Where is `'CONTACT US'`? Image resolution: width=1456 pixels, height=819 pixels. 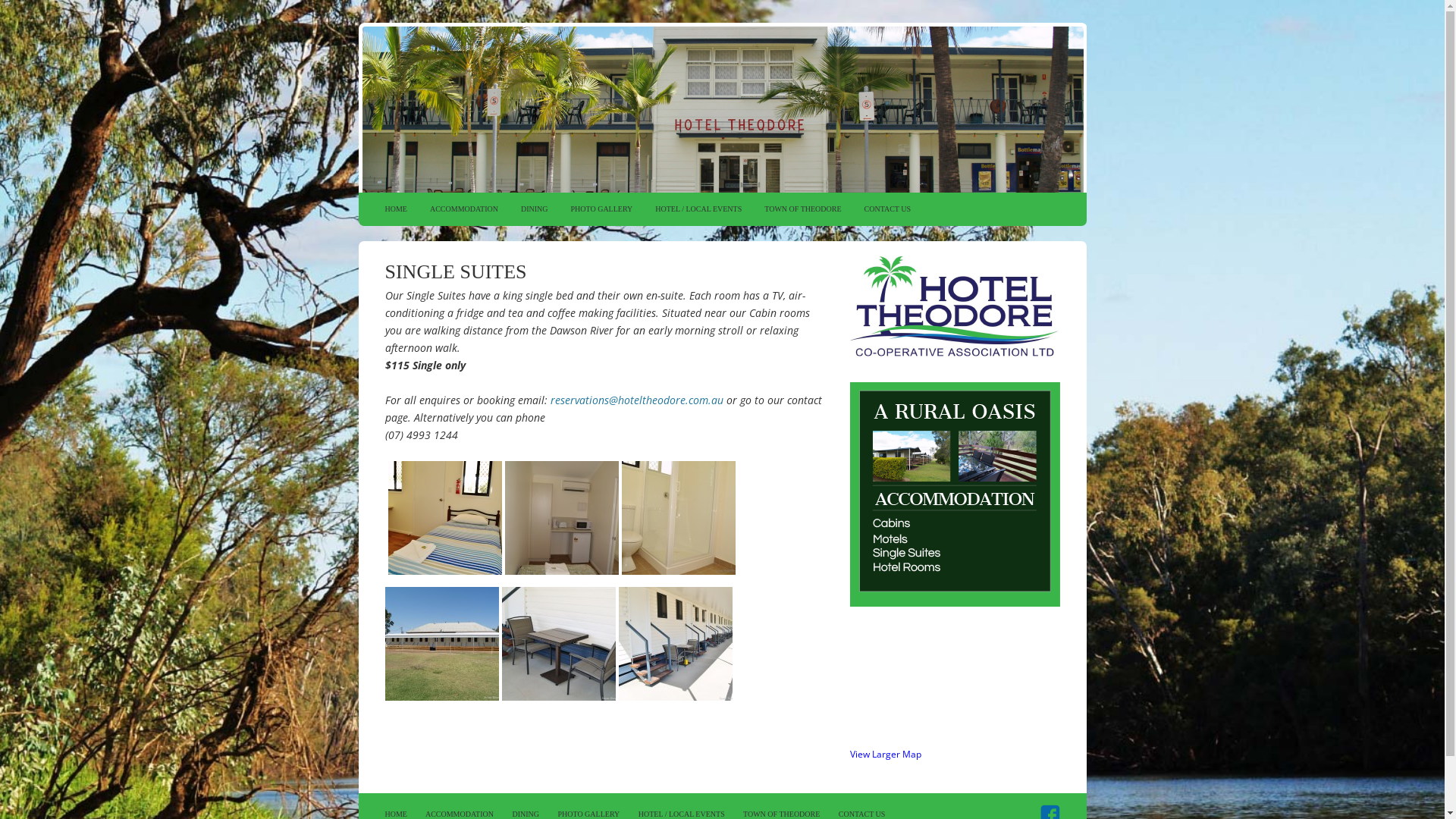
'CONTACT US' is located at coordinates (862, 813).